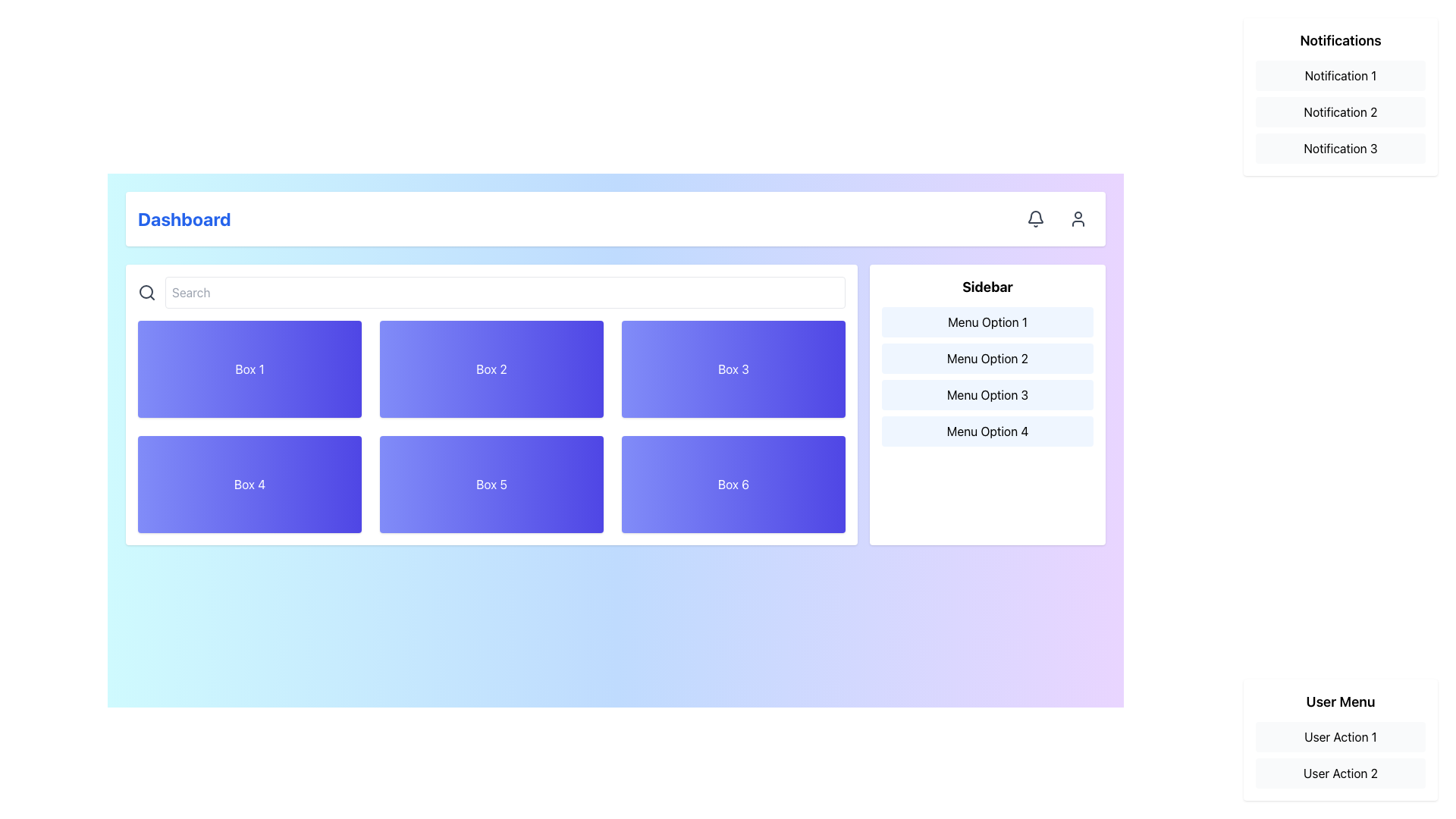  What do you see at coordinates (987, 431) in the screenshot?
I see `the 'Menu Option 4' button located in the bottom-right section of the interface within the Sidebar group` at bounding box center [987, 431].